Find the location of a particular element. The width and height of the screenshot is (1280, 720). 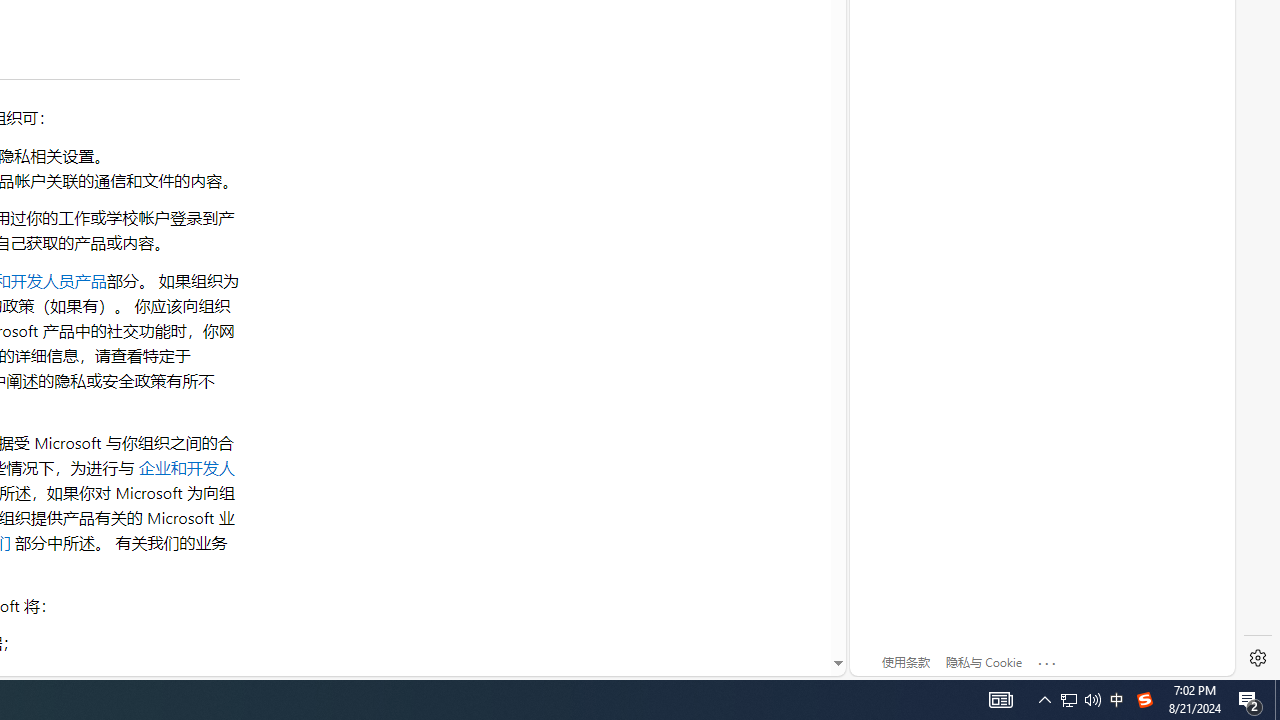

'Tray Input Indicator - Chinese (Simplified, China)' is located at coordinates (1144, 698).